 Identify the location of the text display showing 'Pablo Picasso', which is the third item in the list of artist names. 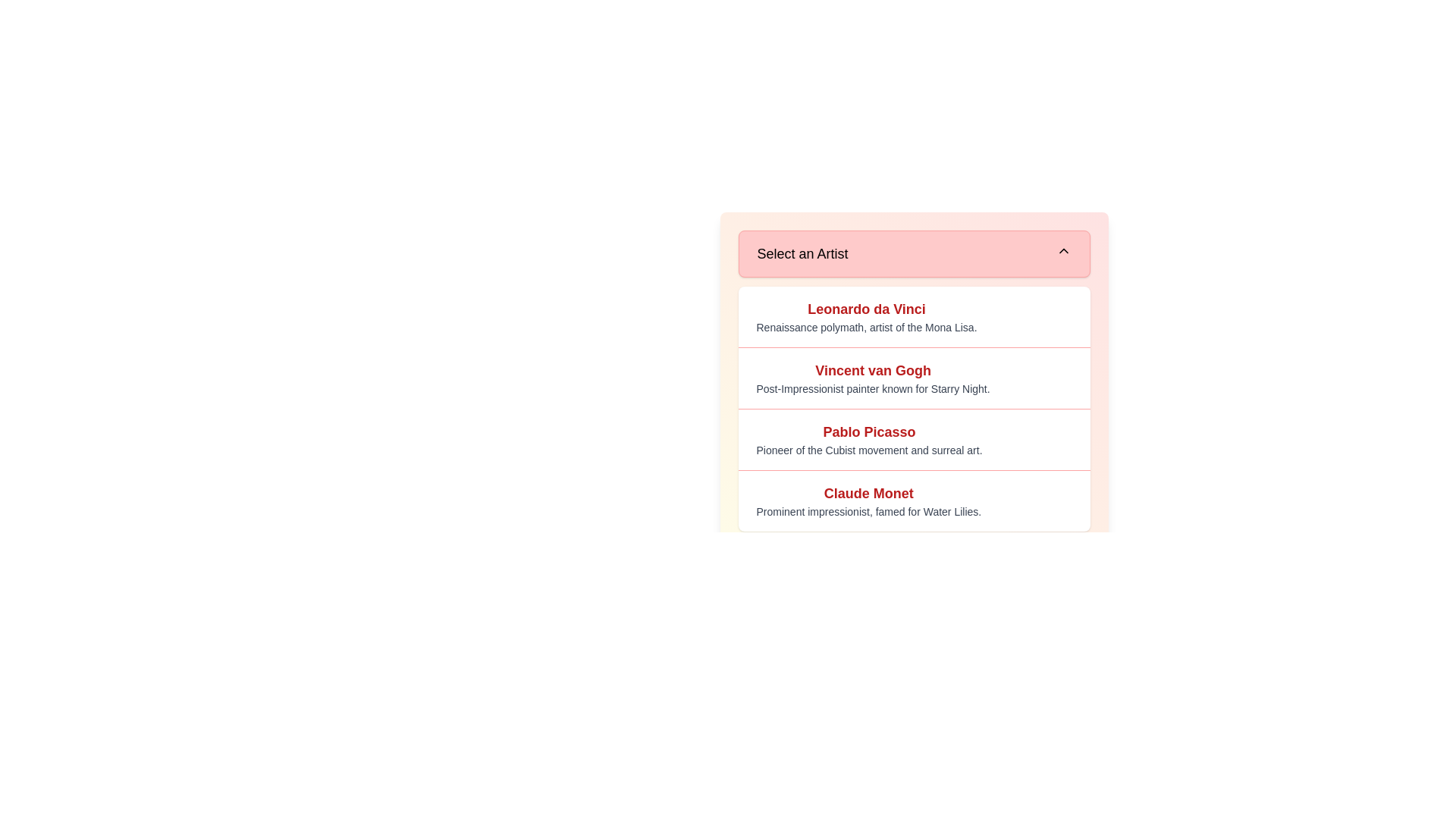
(869, 432).